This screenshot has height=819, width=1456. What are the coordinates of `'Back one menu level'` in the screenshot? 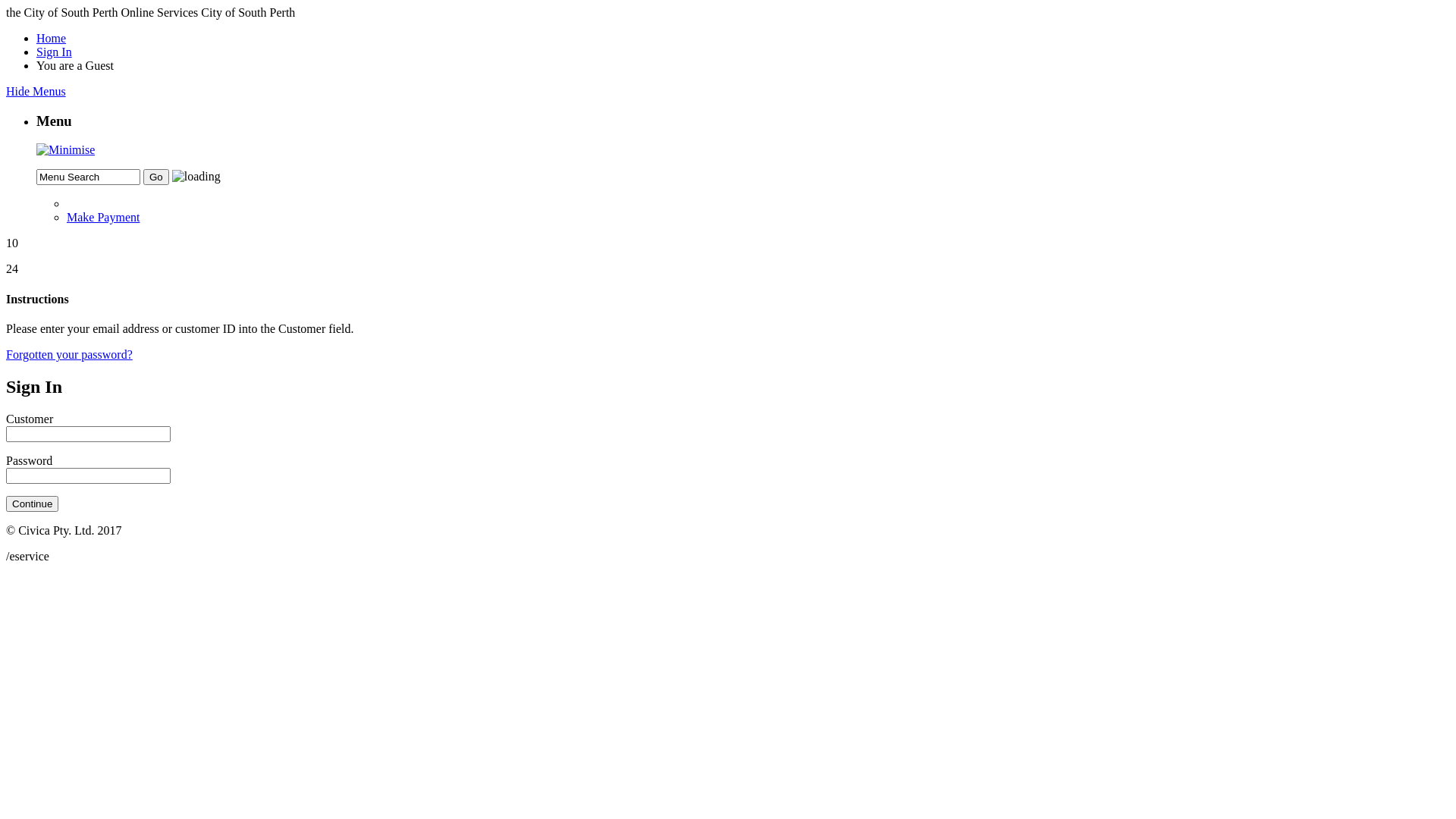 It's located at (758, 203).